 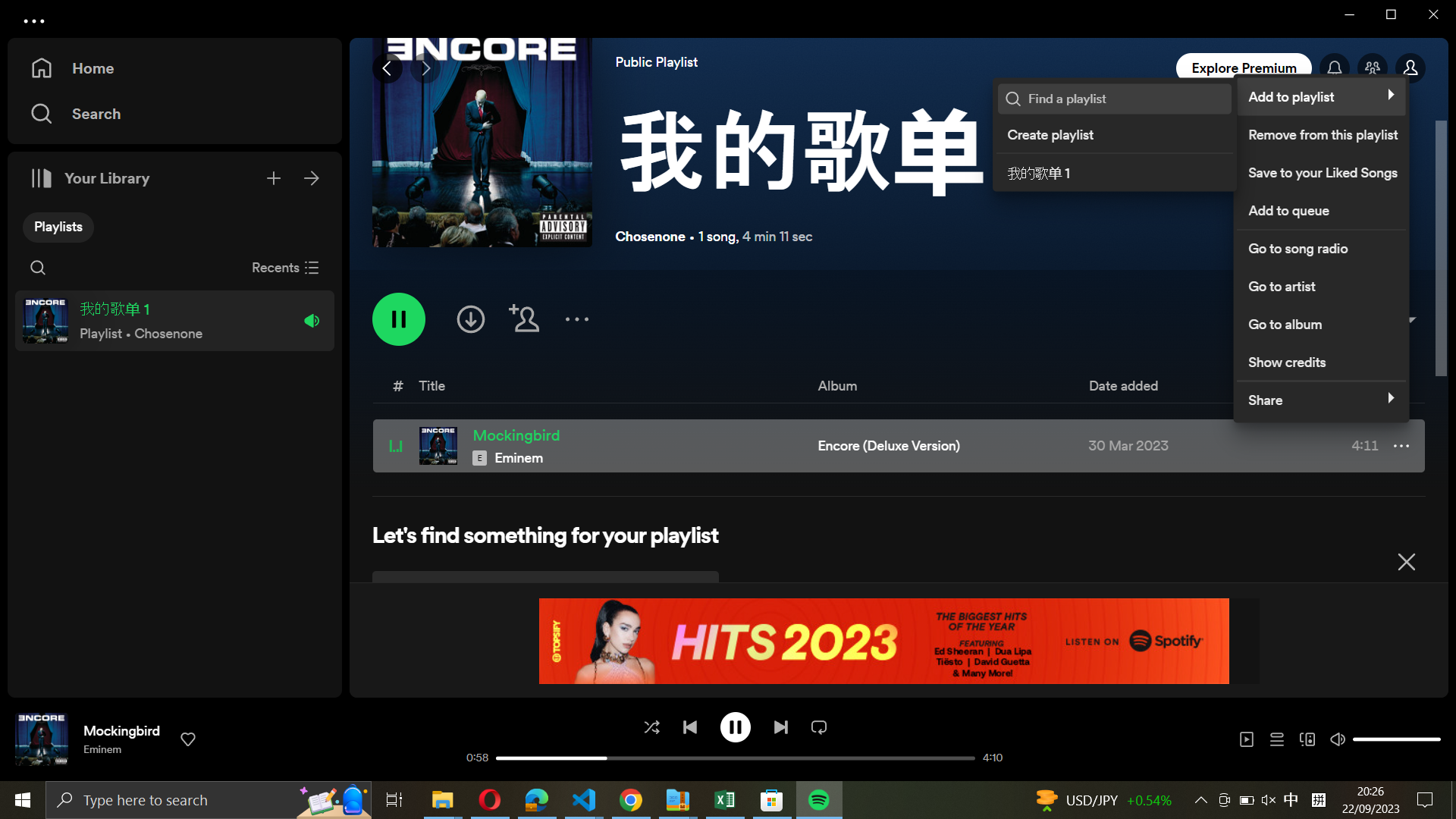 What do you see at coordinates (1319, 284) in the screenshot?
I see `the dedicated page of a selected artist` at bounding box center [1319, 284].